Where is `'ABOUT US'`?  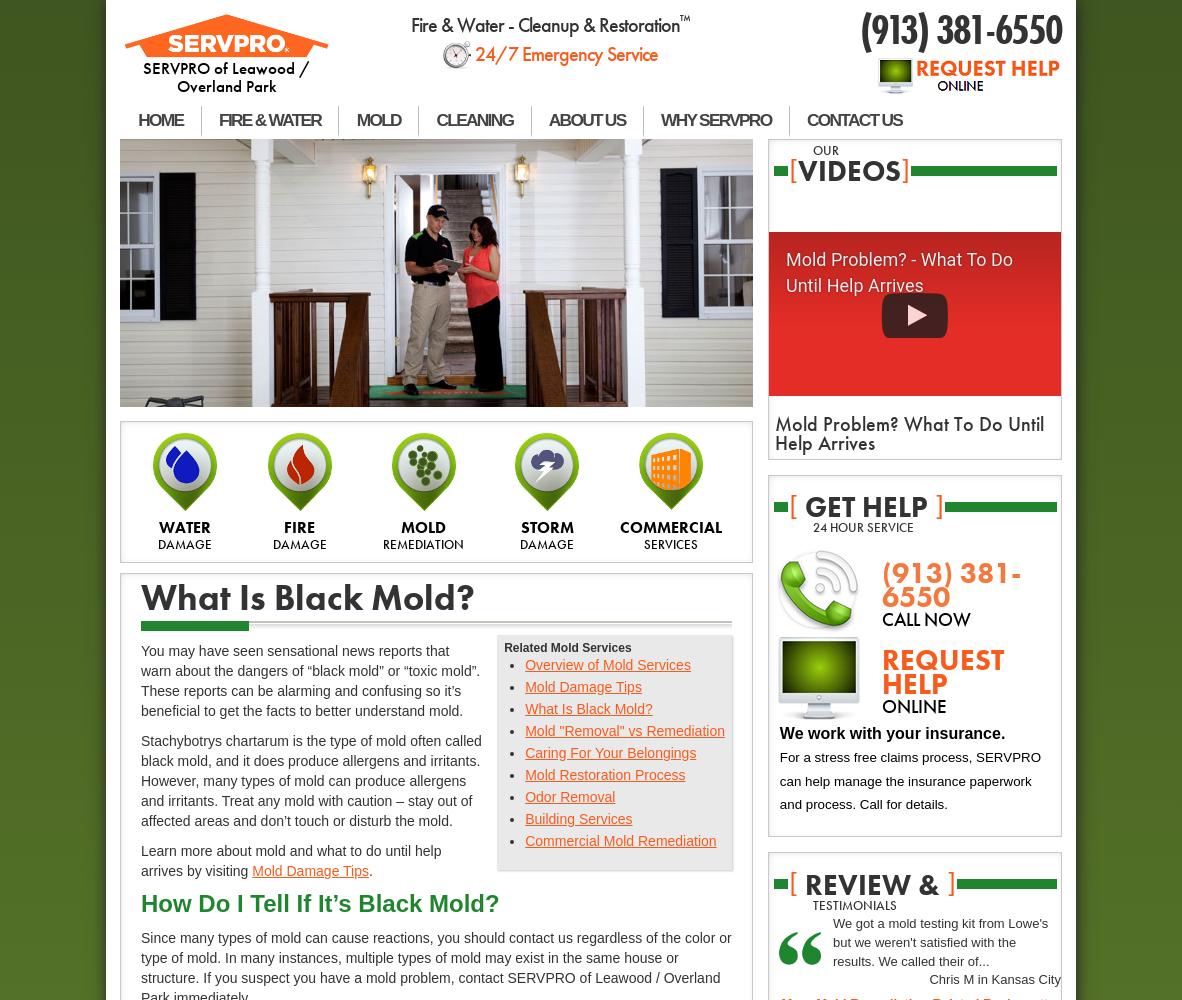 'ABOUT US' is located at coordinates (586, 119).